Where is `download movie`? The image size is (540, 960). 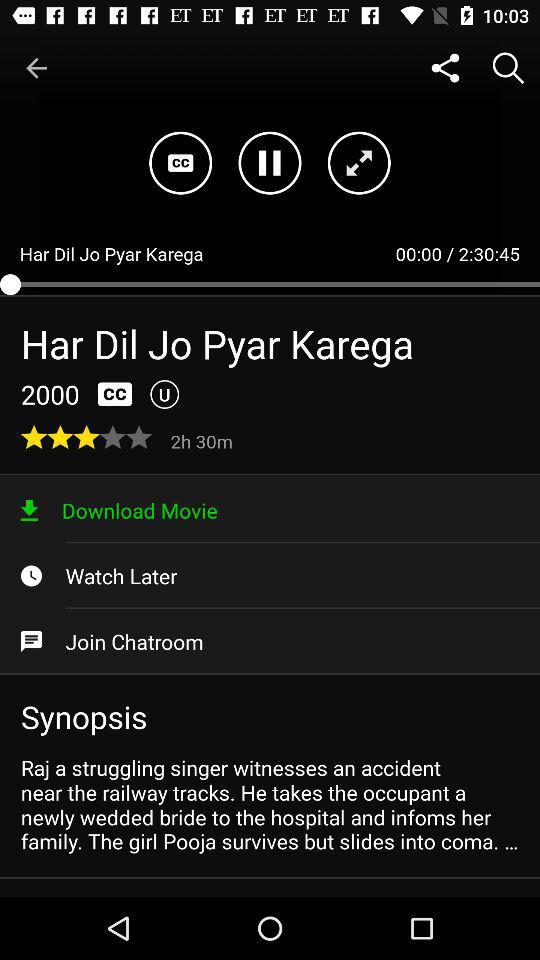 download movie is located at coordinates (270, 509).